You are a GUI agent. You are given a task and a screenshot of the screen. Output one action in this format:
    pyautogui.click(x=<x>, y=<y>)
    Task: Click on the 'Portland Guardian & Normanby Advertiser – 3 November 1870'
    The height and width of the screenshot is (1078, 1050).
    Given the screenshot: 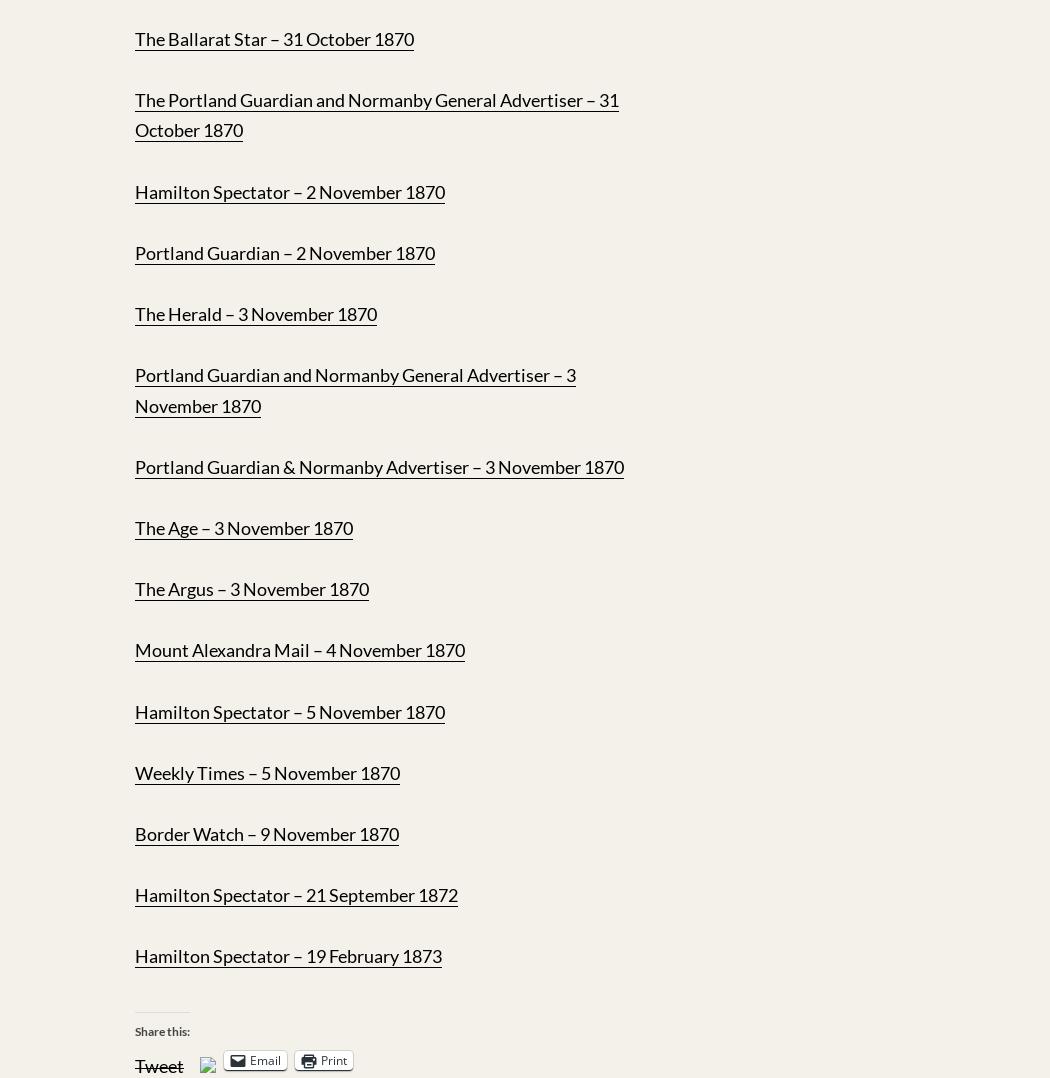 What is the action you would take?
    pyautogui.click(x=134, y=465)
    